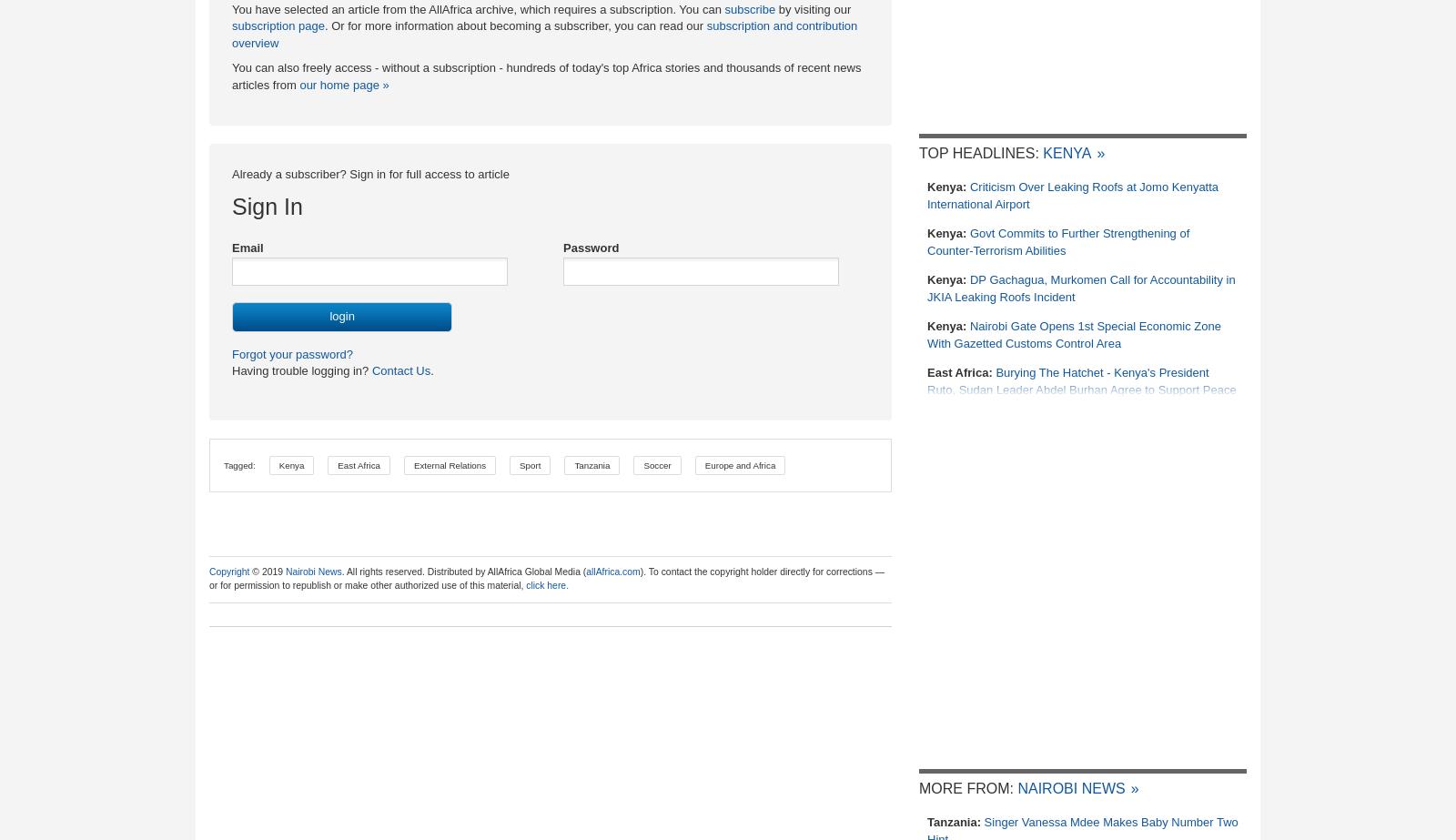  Describe the element at coordinates (927, 371) in the screenshot. I see `'East Africa:'` at that location.